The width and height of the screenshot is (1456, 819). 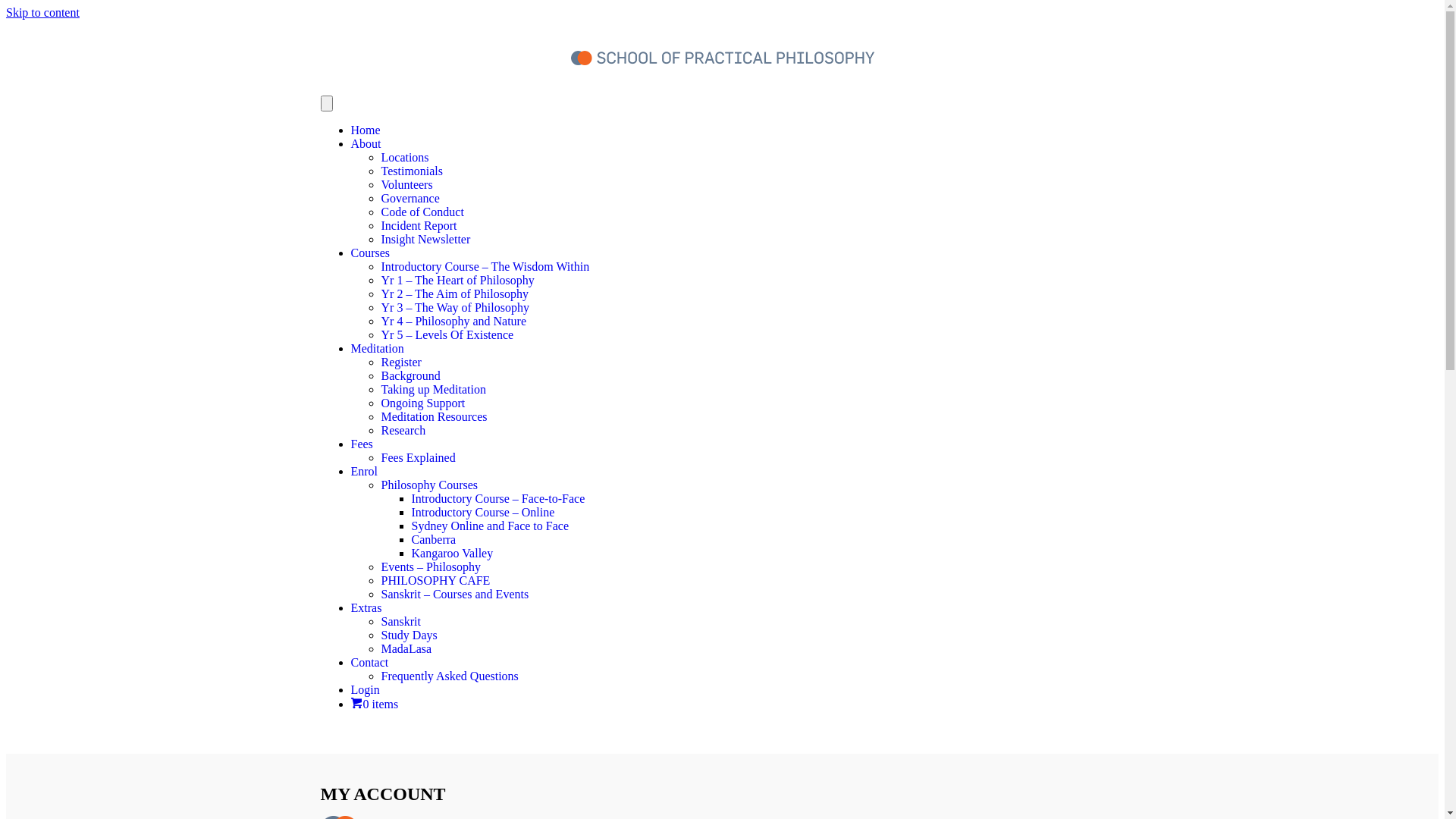 What do you see at coordinates (349, 348) in the screenshot?
I see `'Meditation'` at bounding box center [349, 348].